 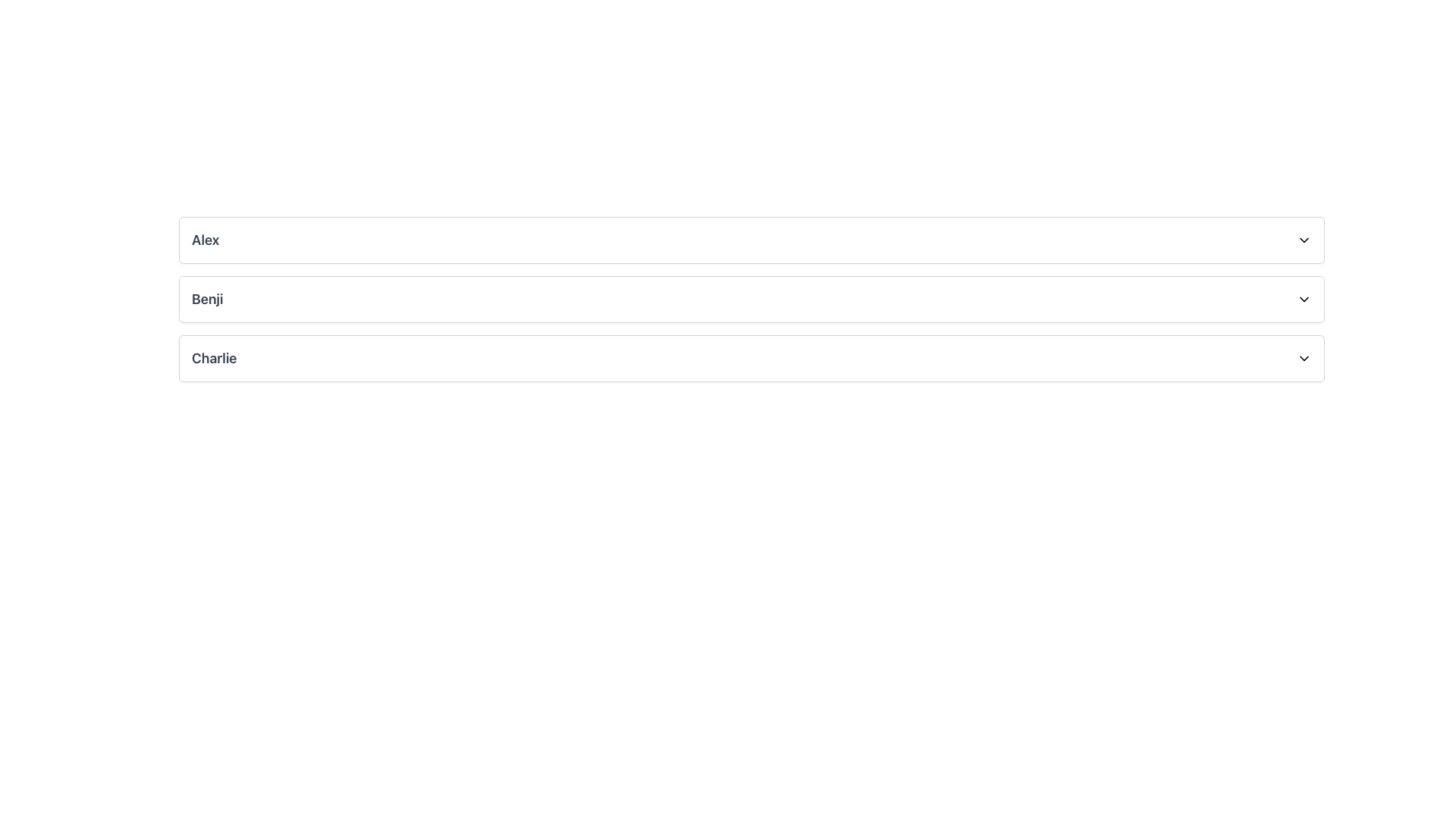 I want to click on the selectable list item displaying 'Alex', so click(x=752, y=239).